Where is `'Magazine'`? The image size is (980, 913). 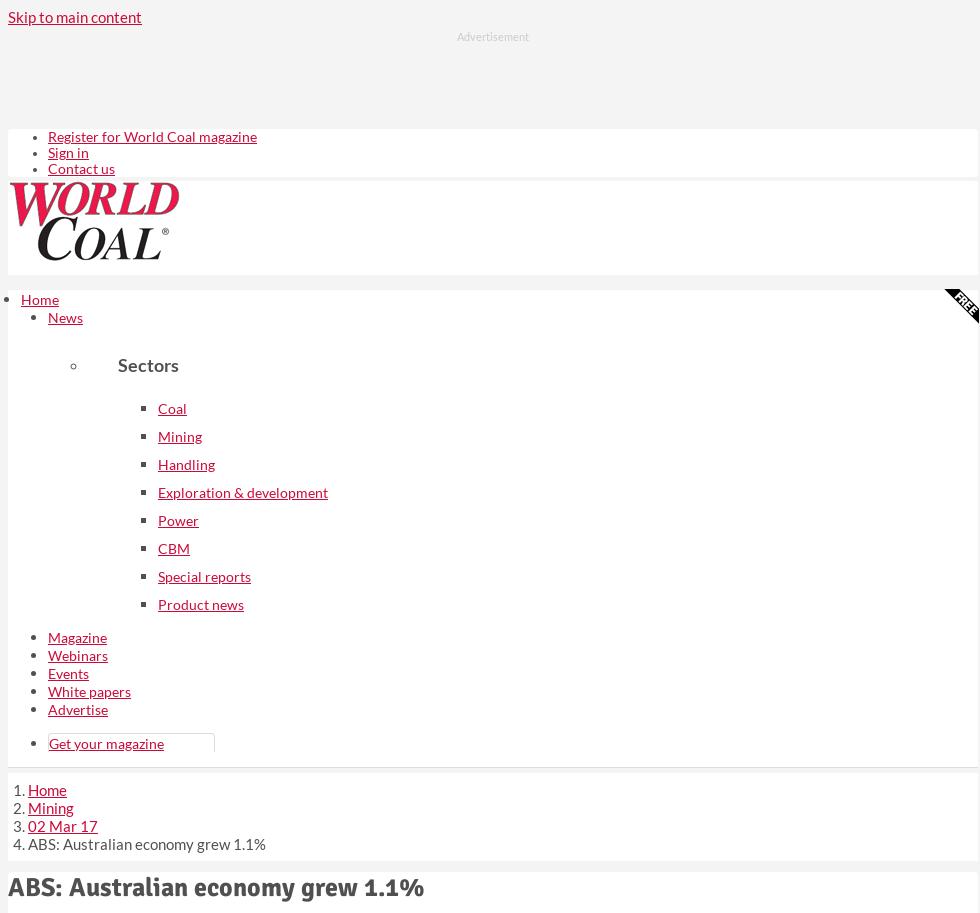
'Magazine' is located at coordinates (77, 635).